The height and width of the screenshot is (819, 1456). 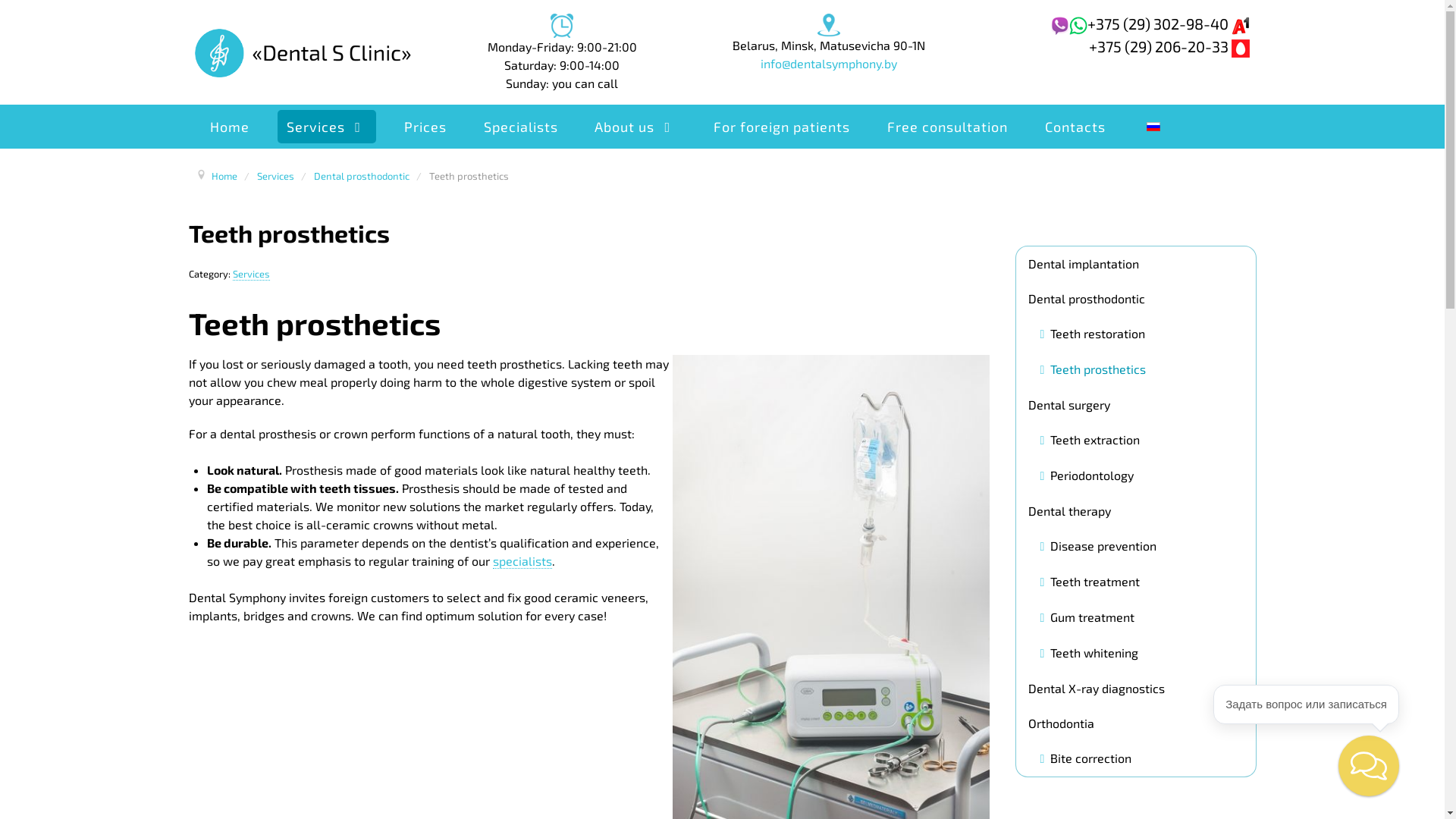 What do you see at coordinates (522, 561) in the screenshot?
I see `'specialists'` at bounding box center [522, 561].